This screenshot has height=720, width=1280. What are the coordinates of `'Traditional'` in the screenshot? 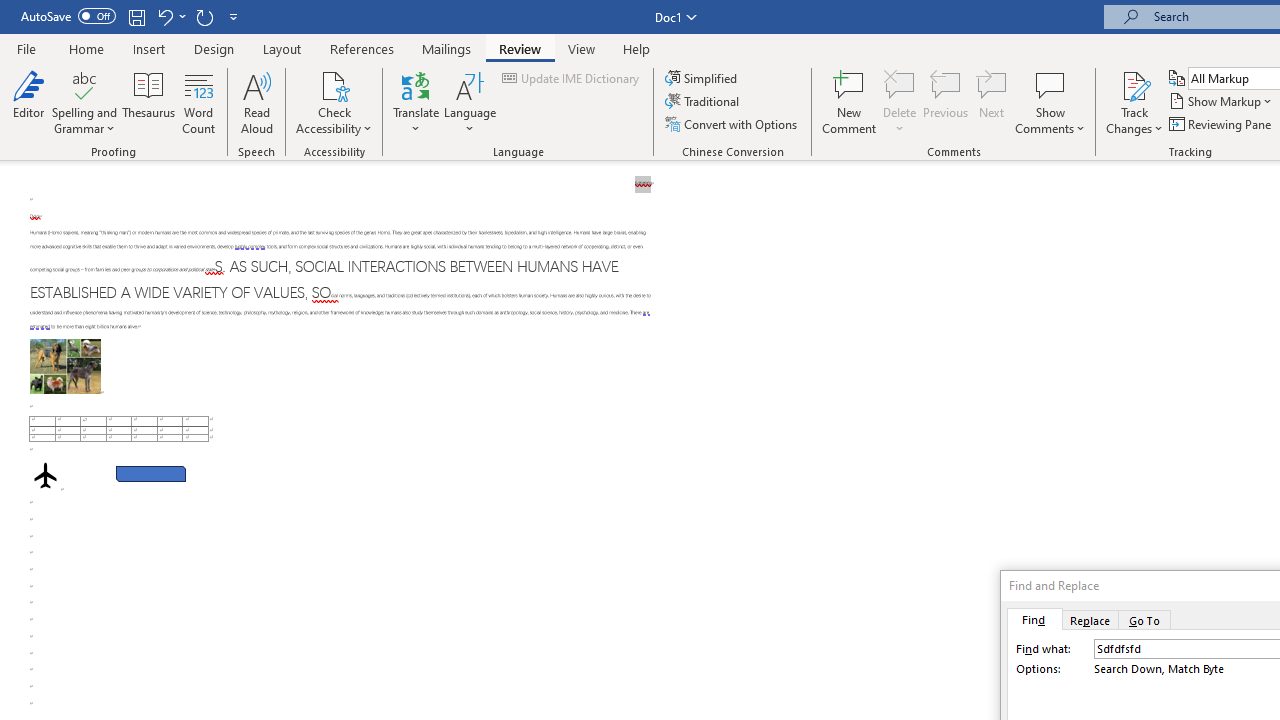 It's located at (704, 101).